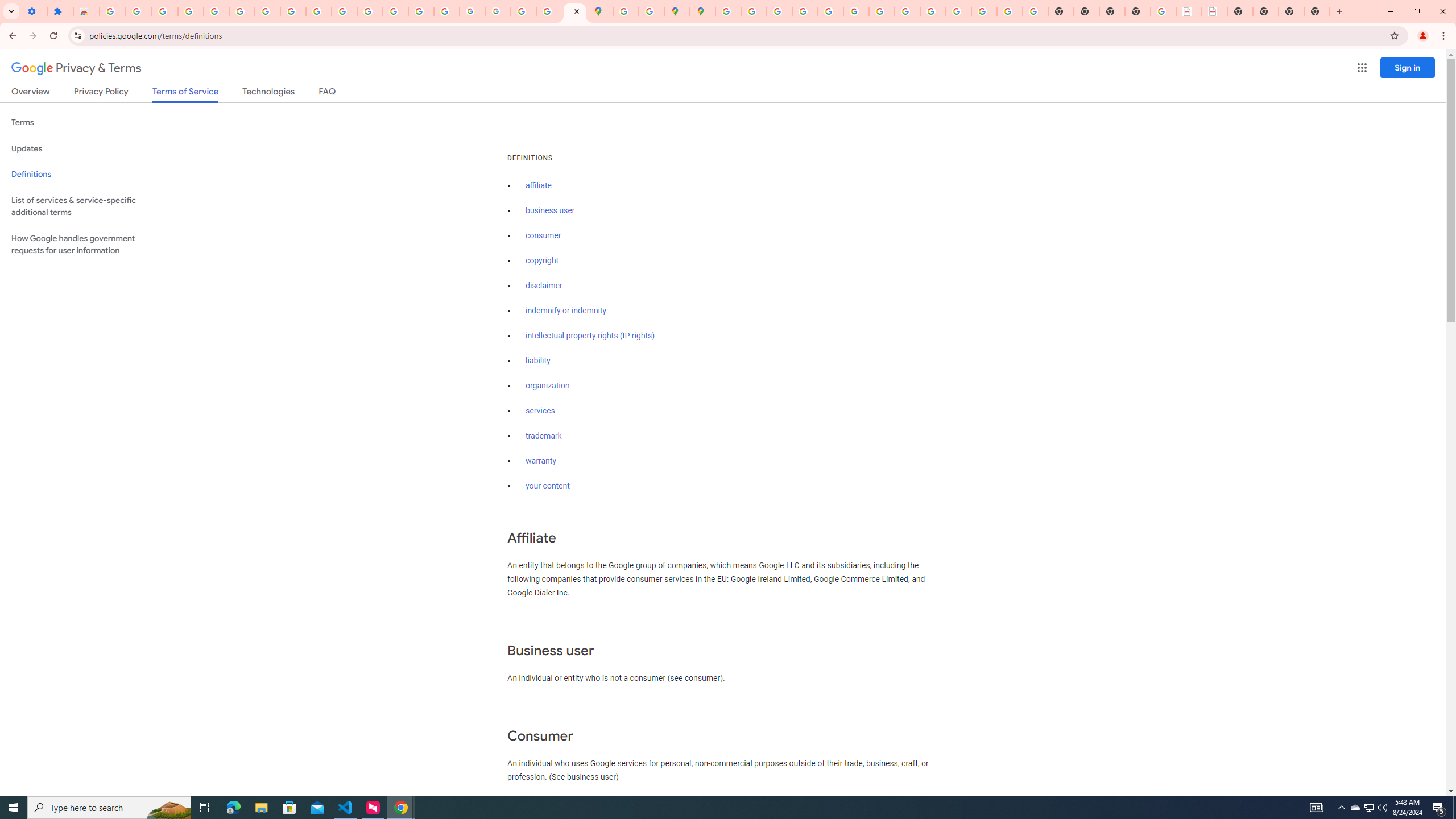 This screenshot has width=1456, height=819. What do you see at coordinates (779, 11) in the screenshot?
I see `'Privacy Help Center - Policies Help'` at bounding box center [779, 11].